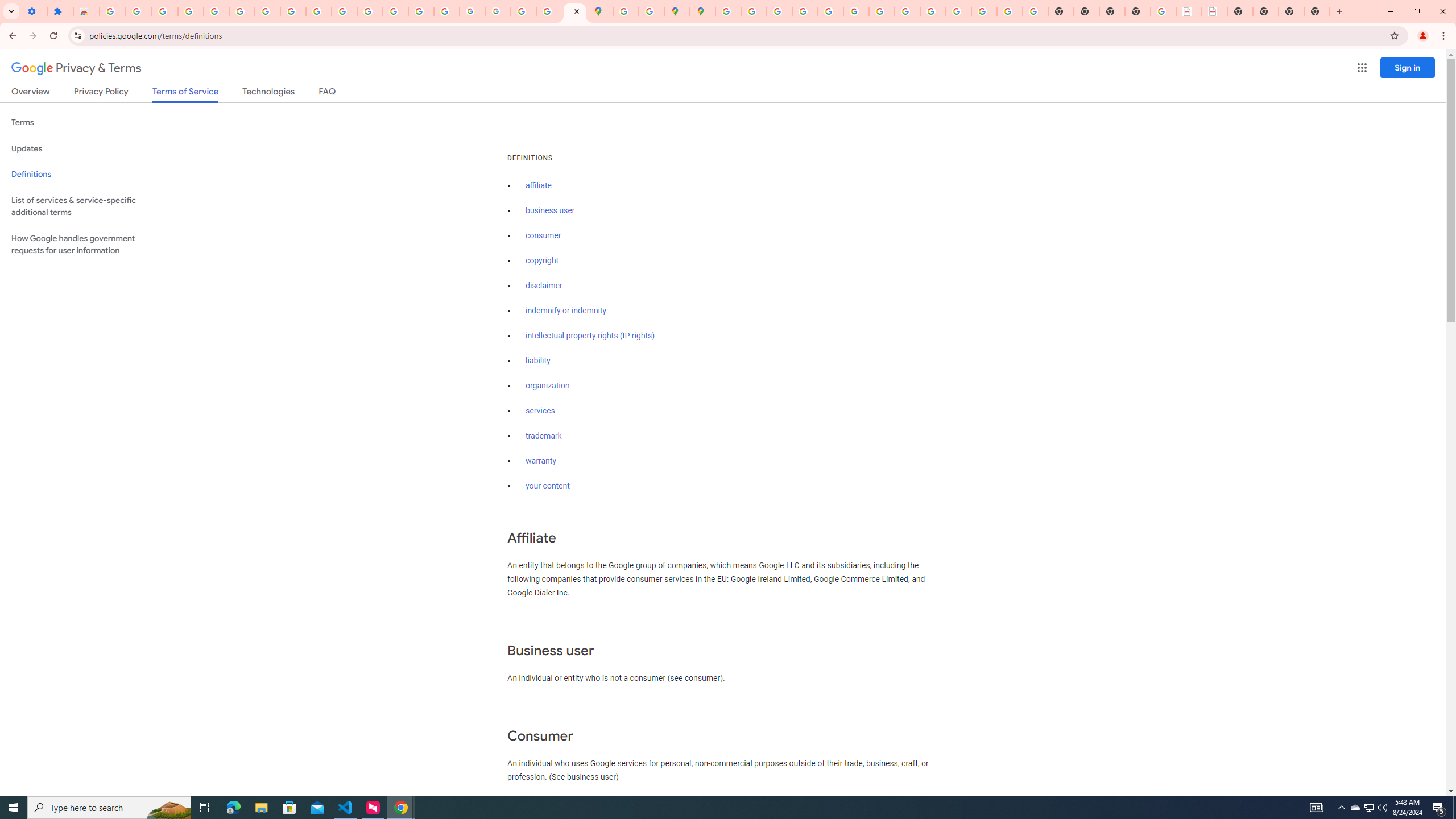 This screenshot has width=1456, height=819. What do you see at coordinates (779, 11) in the screenshot?
I see `'Privacy Help Center - Policies Help'` at bounding box center [779, 11].